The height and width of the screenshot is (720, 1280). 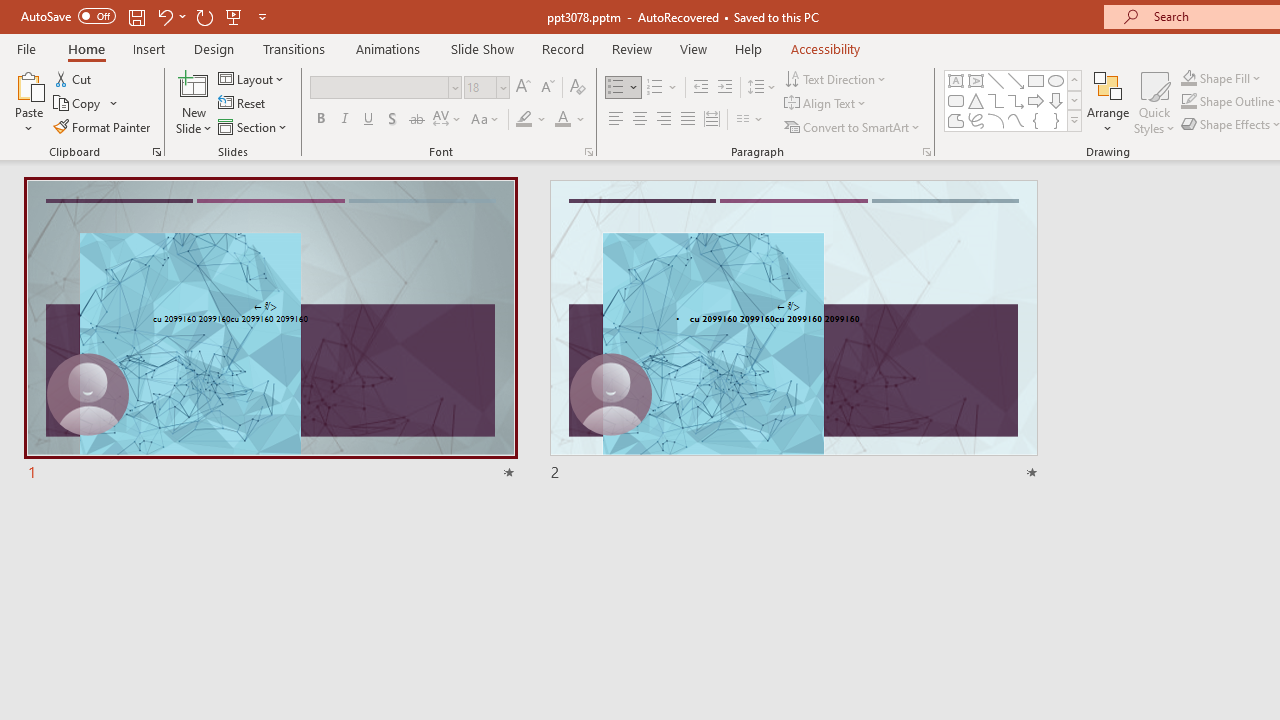 I want to click on 'Convert to SmartArt', so click(x=853, y=127).